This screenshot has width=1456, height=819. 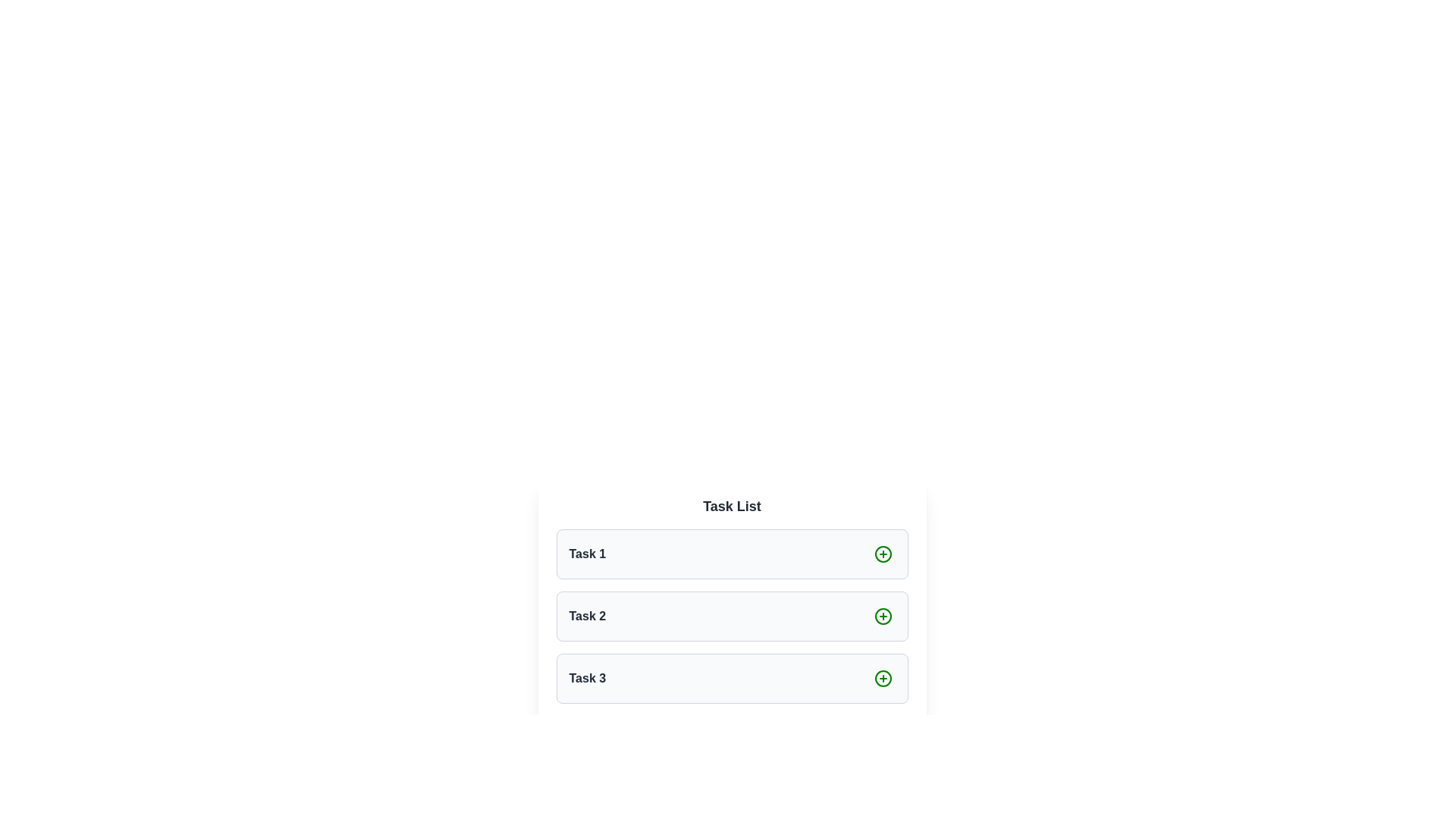 I want to click on the circular button with a green stroke outline and a plus symbol, so click(x=883, y=677).